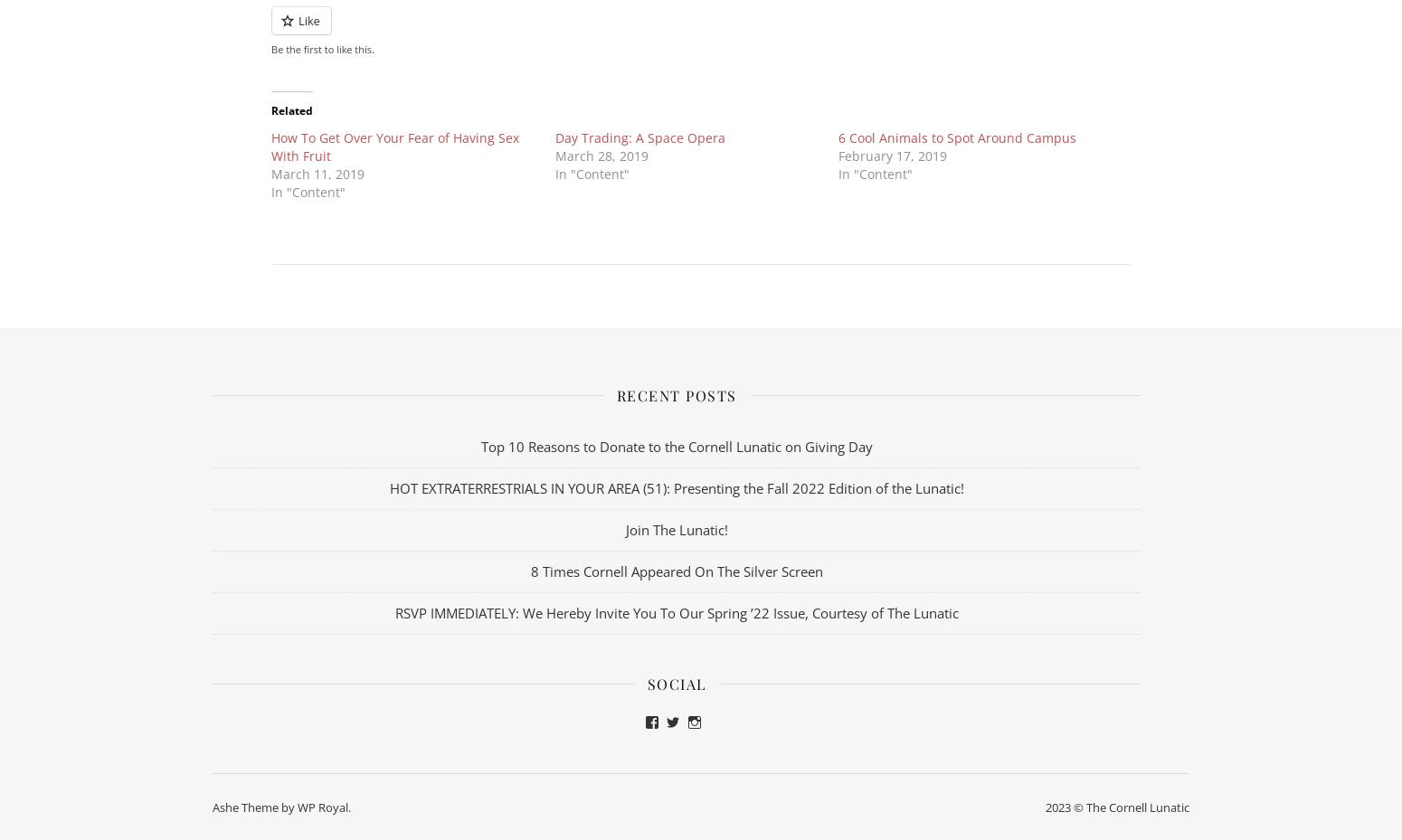 The width and height of the screenshot is (1402, 840). I want to click on 'HOT EXTRATERRESTRIALS IN YOUR AREA (51): Presenting the Fall 2022 Edition of the Lunatic!', so click(676, 487).